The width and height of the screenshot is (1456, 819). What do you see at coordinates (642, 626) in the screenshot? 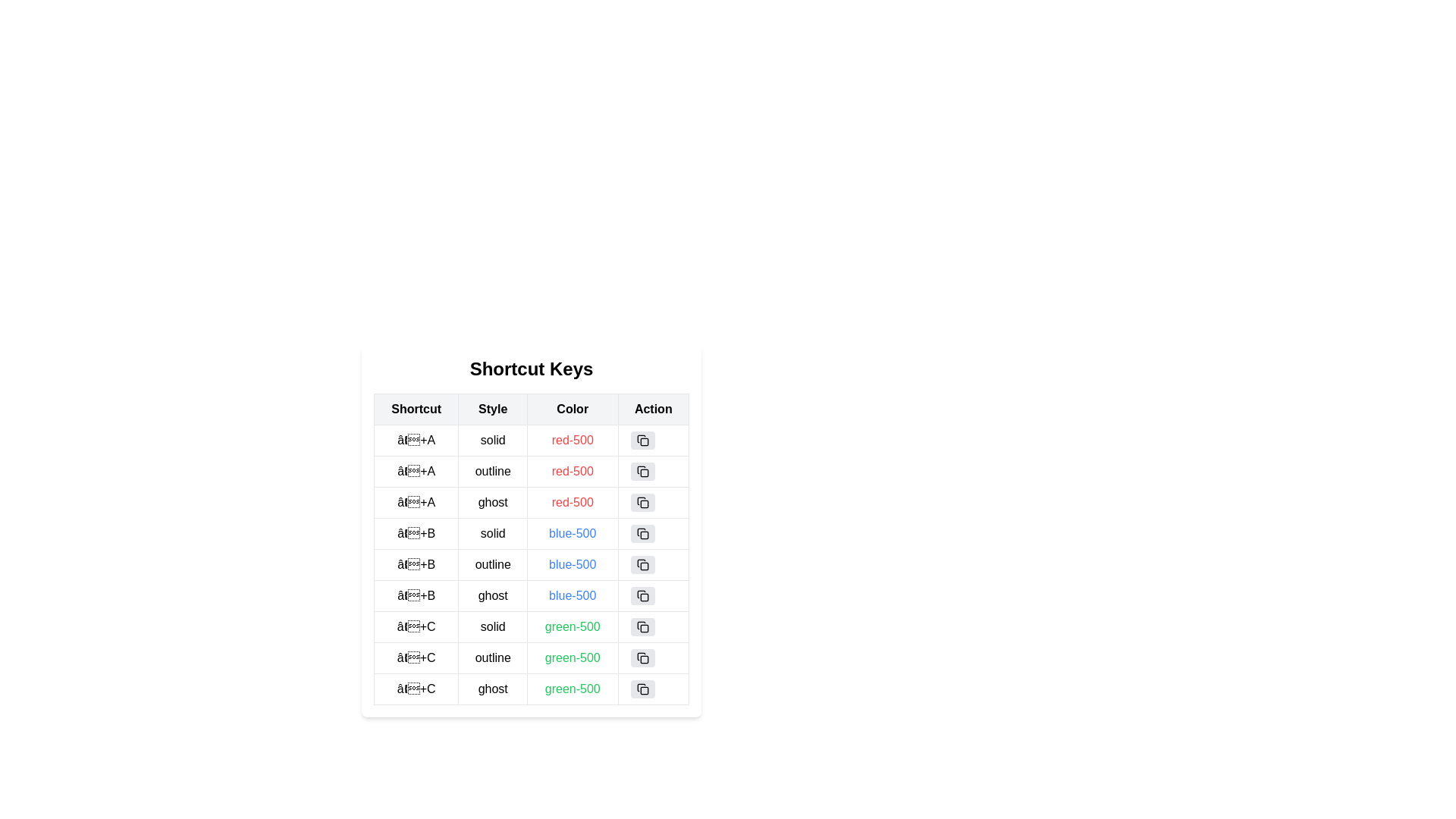
I see `the copy icon located in the Action column of the Shortcut Keys table for the row labeled 'C' solid green-500` at bounding box center [642, 626].